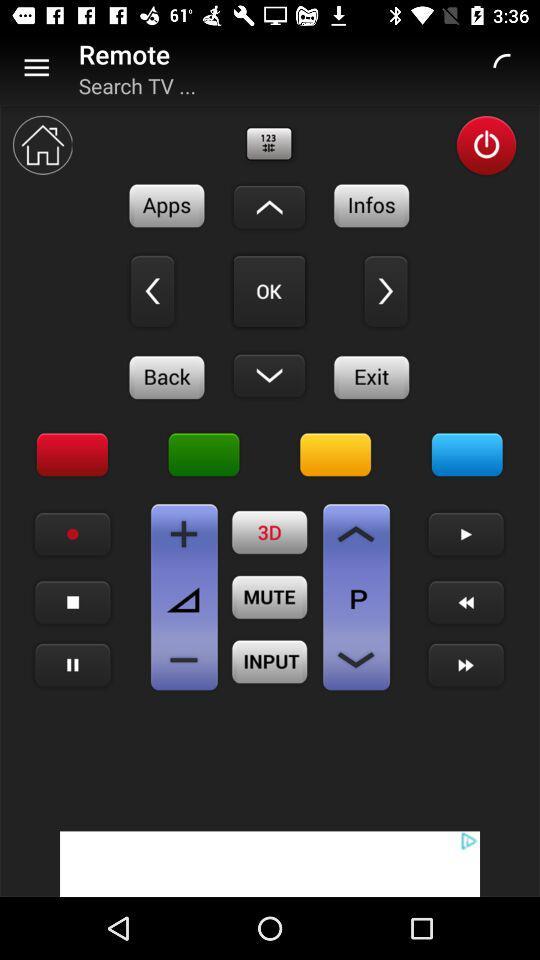  I want to click on go back, so click(166, 376).